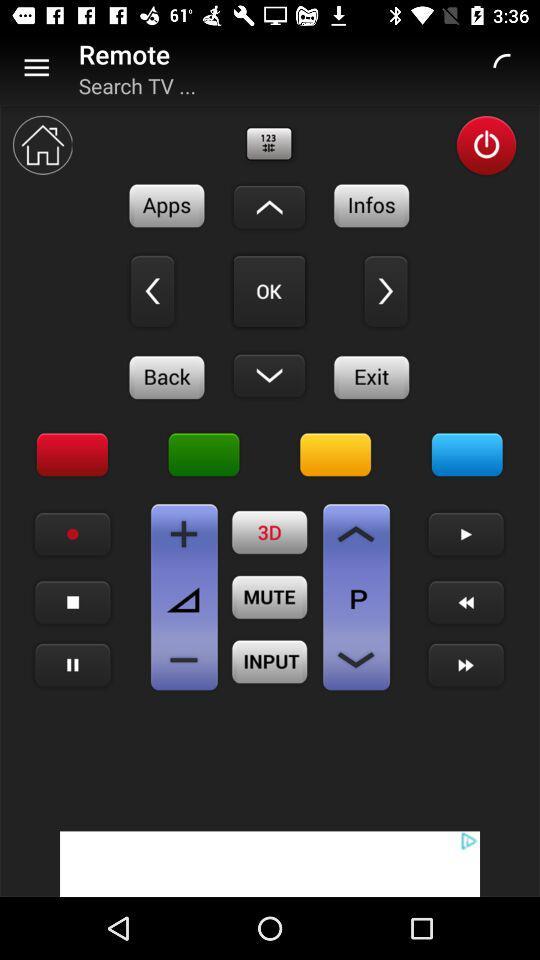  I want to click on go back, so click(166, 376).